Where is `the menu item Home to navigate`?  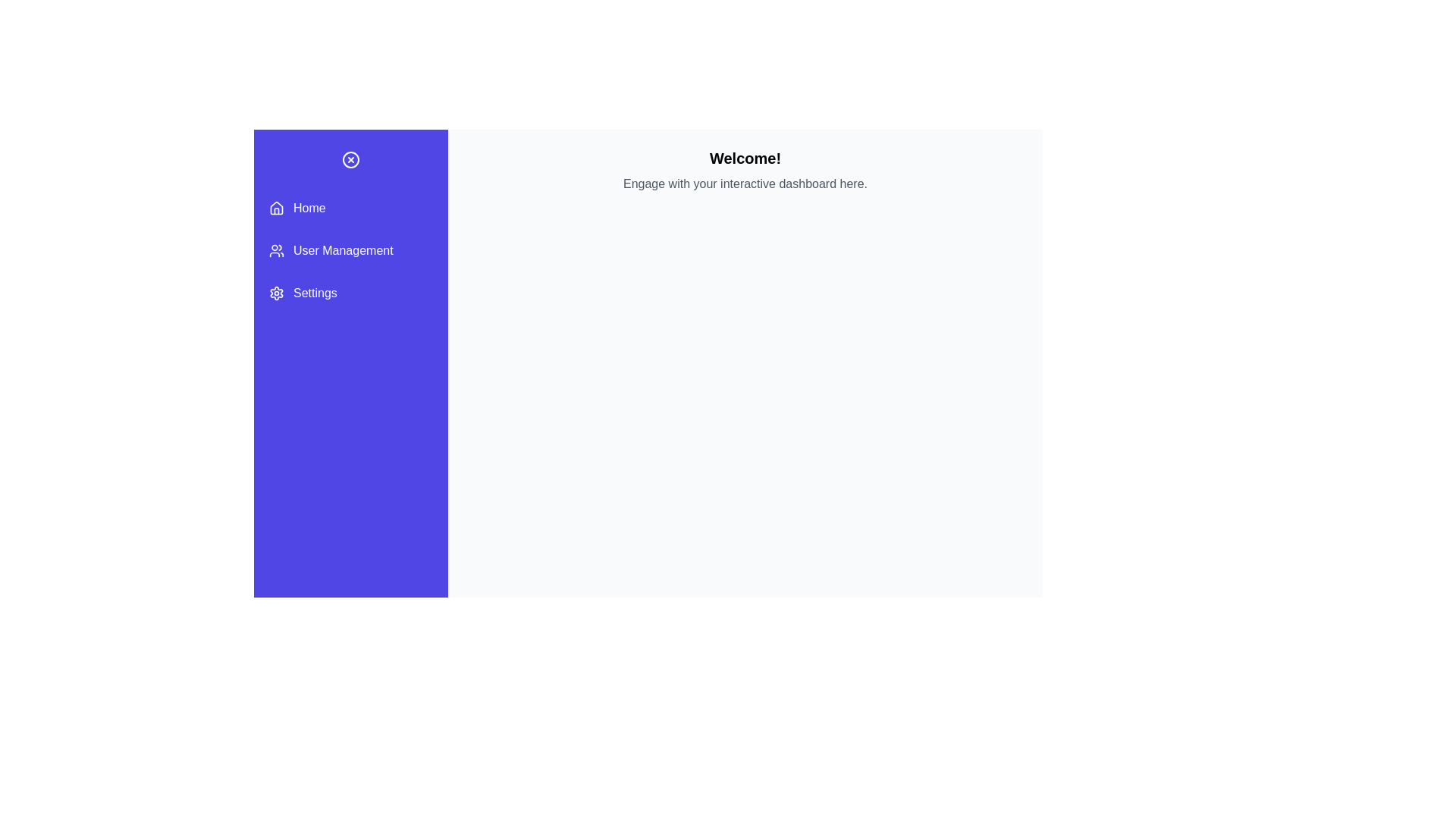 the menu item Home to navigate is located at coordinates (350, 208).